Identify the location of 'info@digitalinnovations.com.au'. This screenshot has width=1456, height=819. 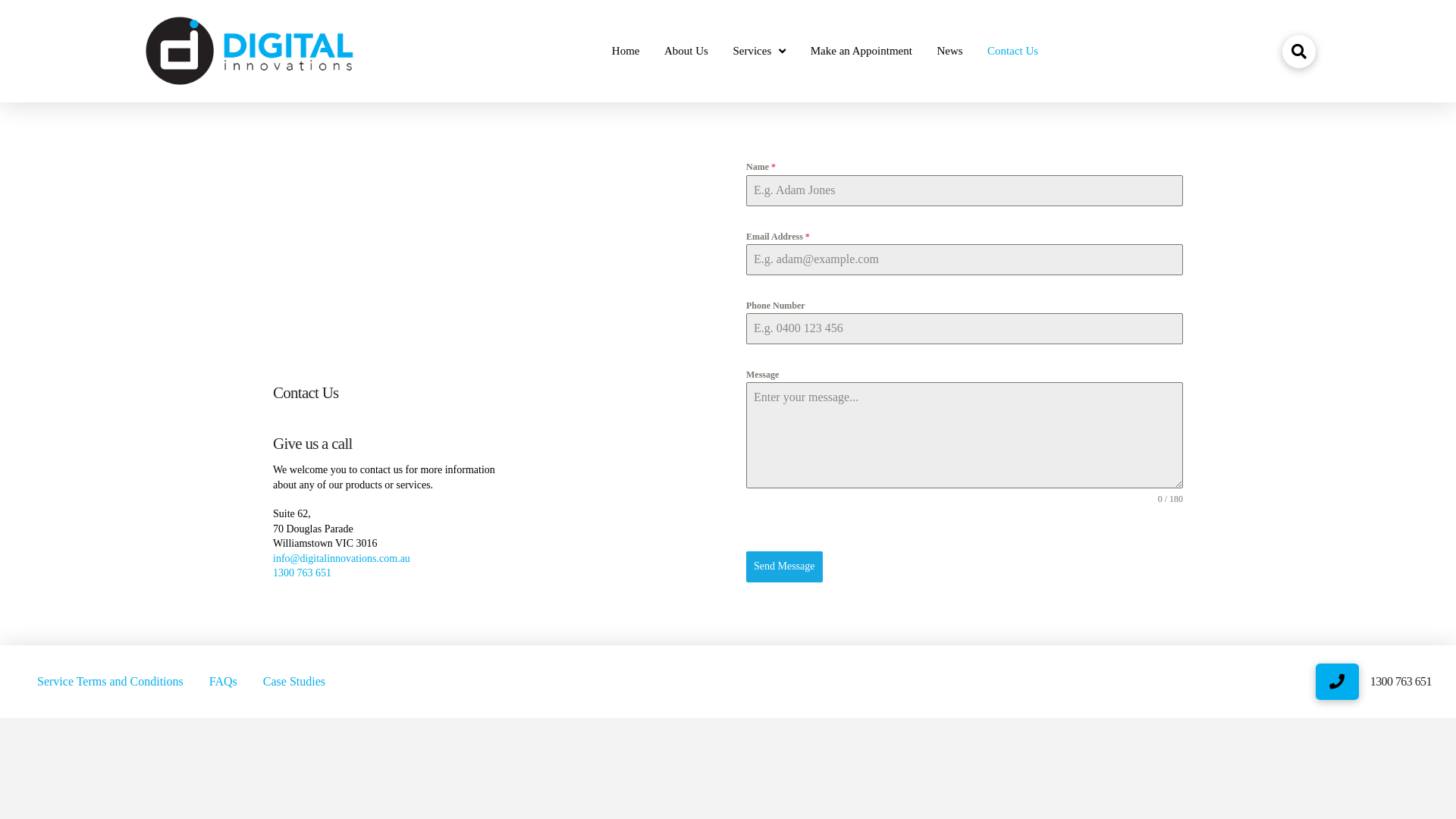
(340, 558).